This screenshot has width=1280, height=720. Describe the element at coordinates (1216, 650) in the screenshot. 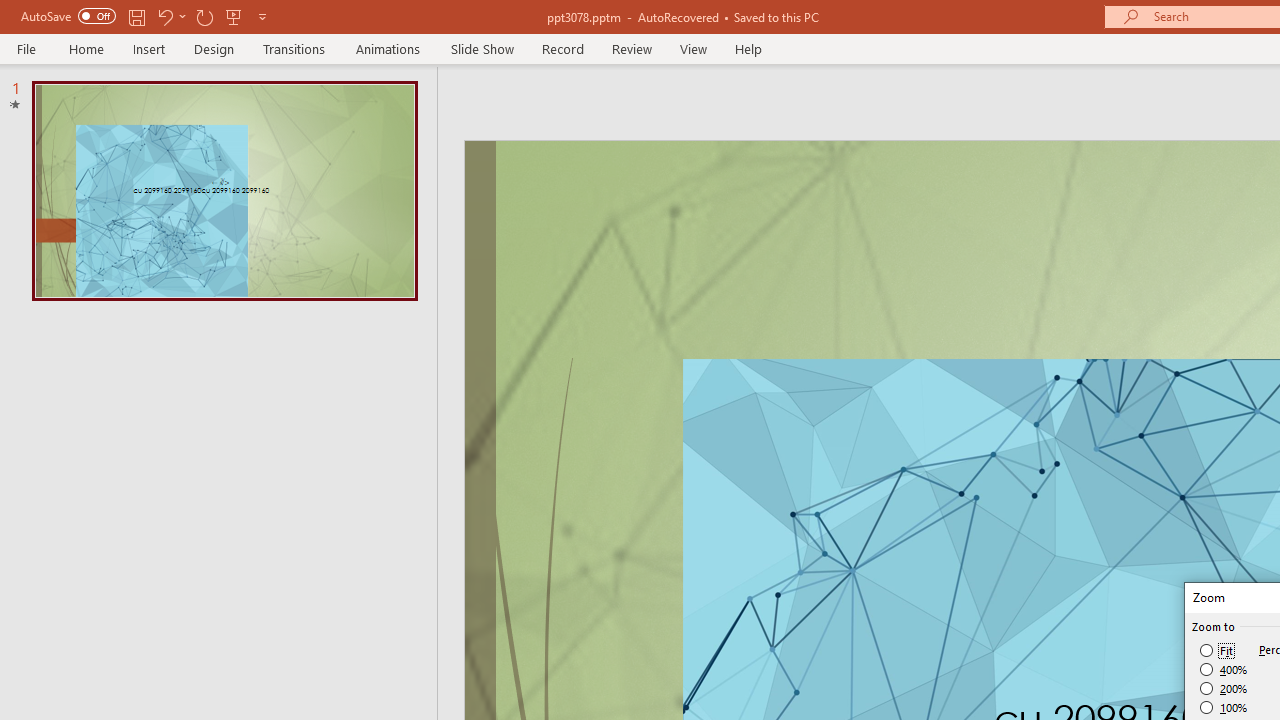

I see `'Fit'` at that location.